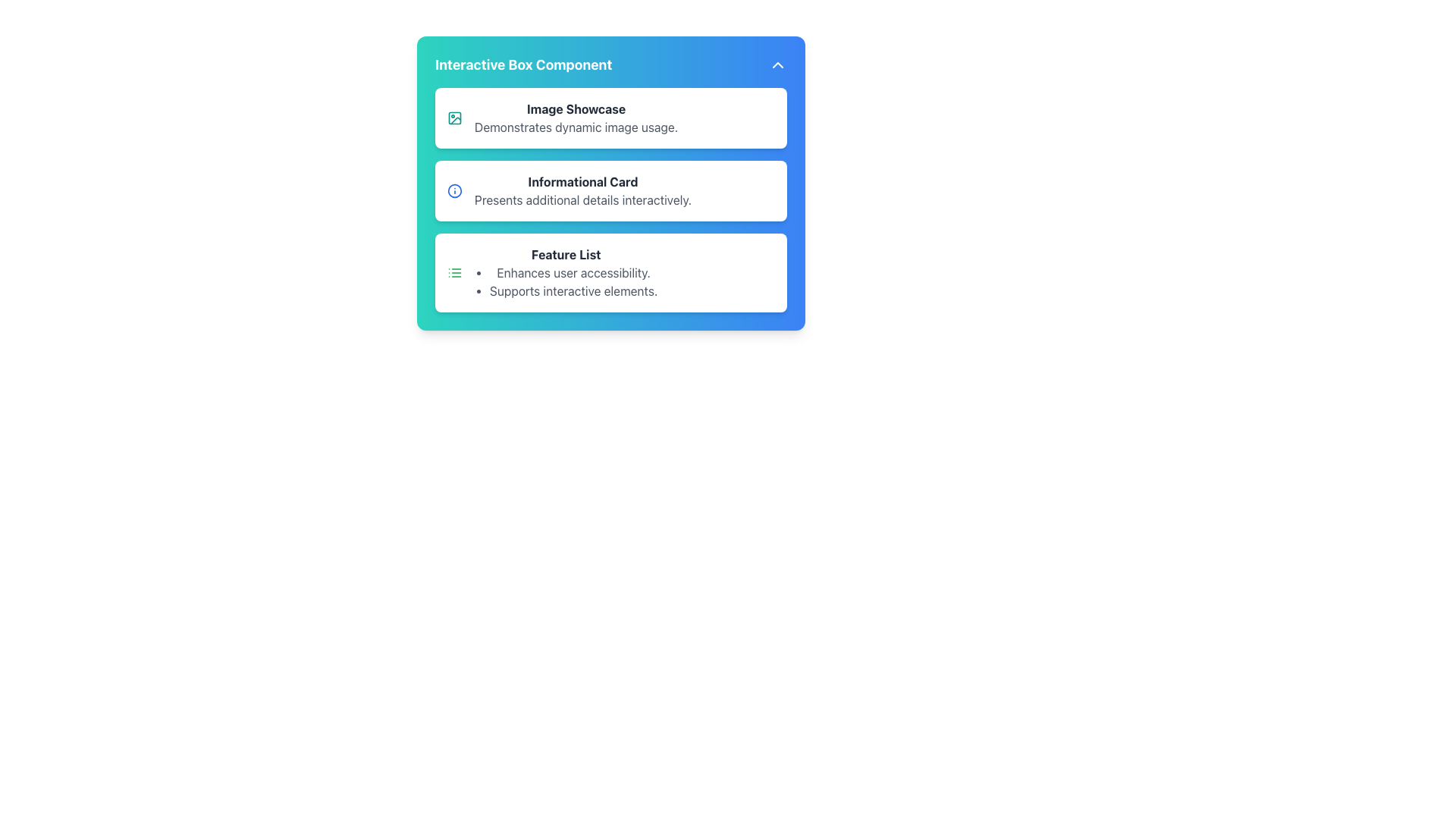 The height and width of the screenshot is (819, 1456). Describe the element at coordinates (576, 108) in the screenshot. I see `the text label that serves as the headline for the section titled 'Image Showcase' located at the top of the first card` at that location.